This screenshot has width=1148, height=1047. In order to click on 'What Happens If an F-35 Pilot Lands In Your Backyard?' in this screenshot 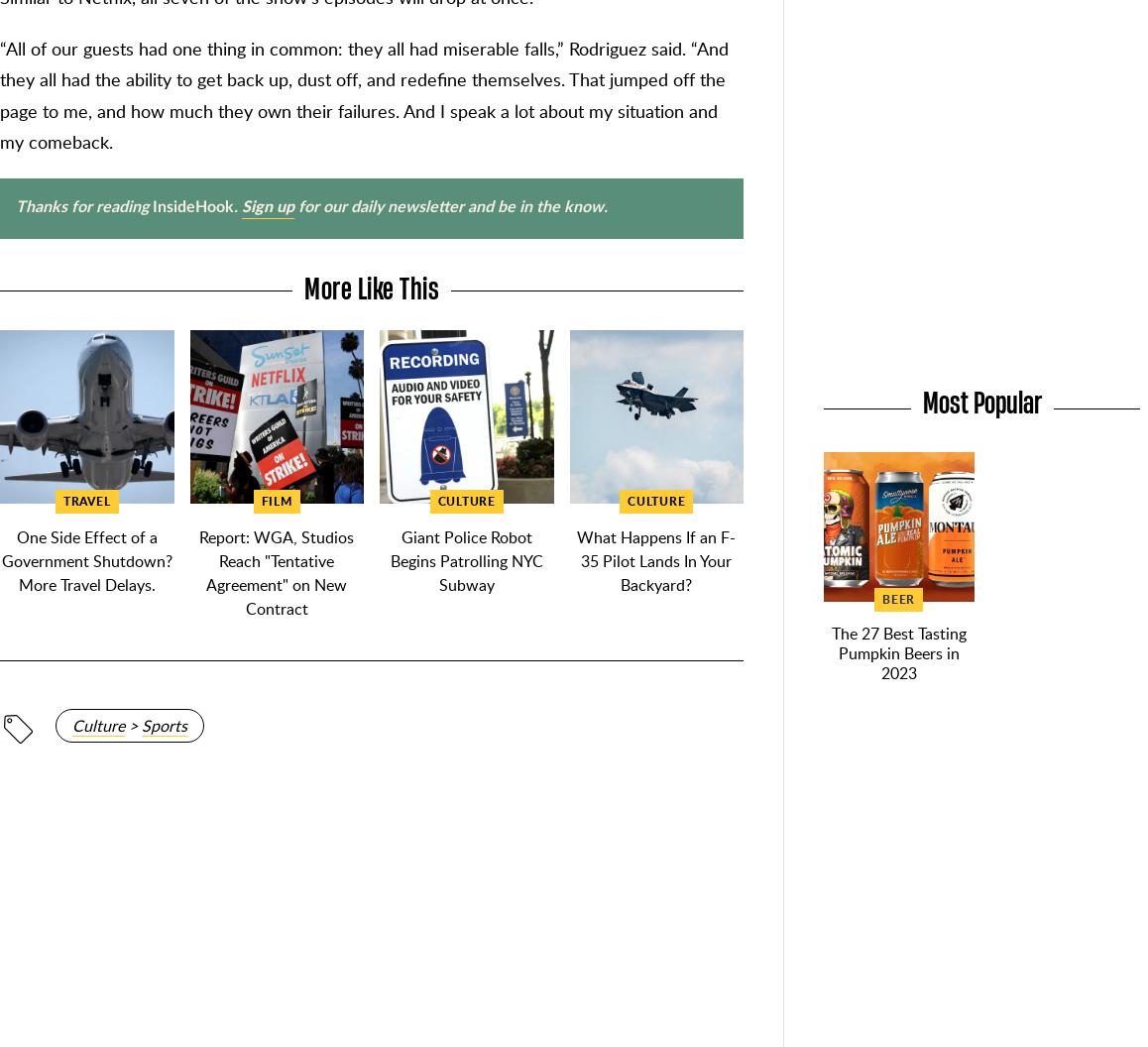, I will do `click(656, 561)`.